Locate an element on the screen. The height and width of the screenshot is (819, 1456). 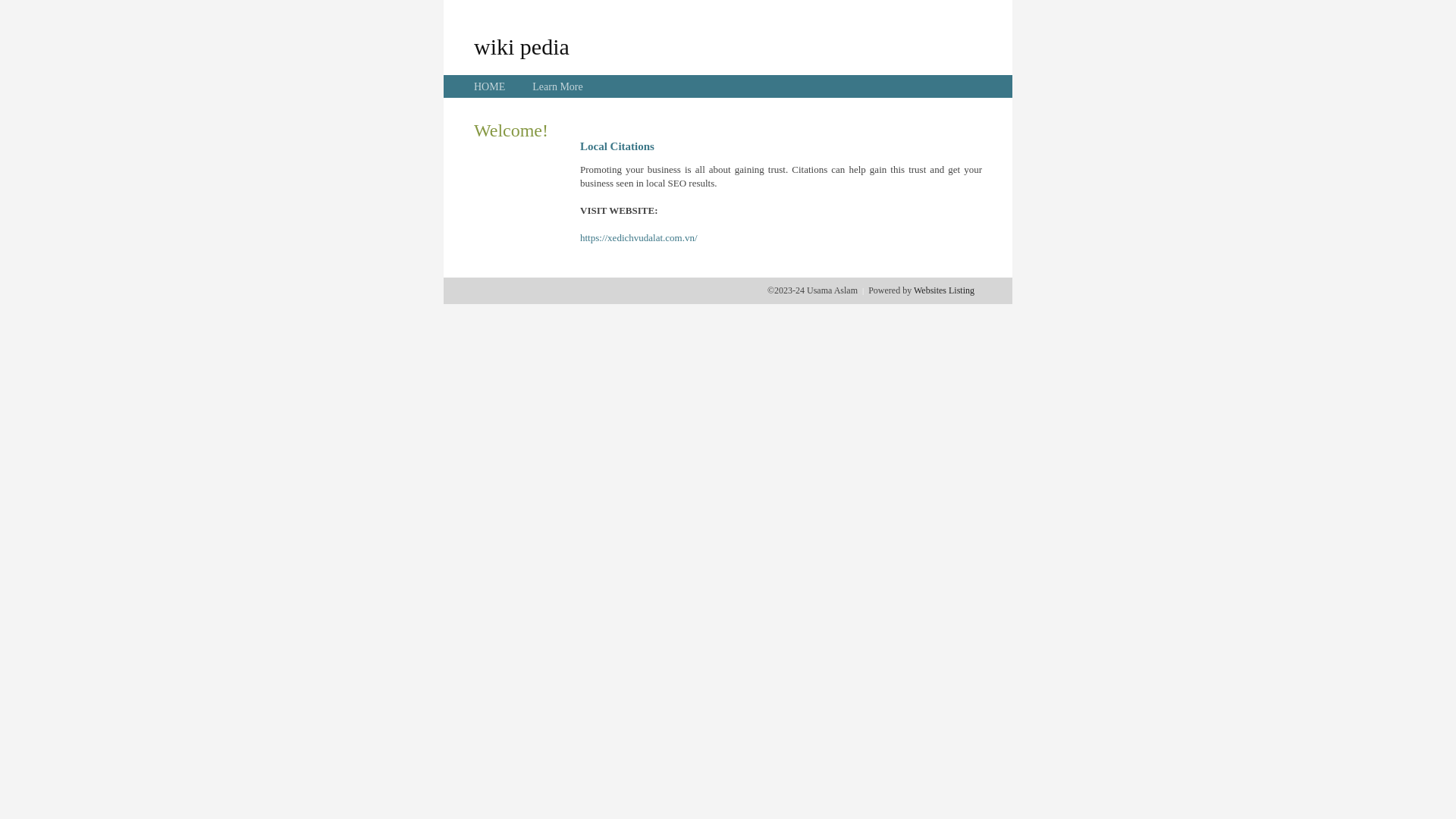
'HOME' is located at coordinates (489, 86).